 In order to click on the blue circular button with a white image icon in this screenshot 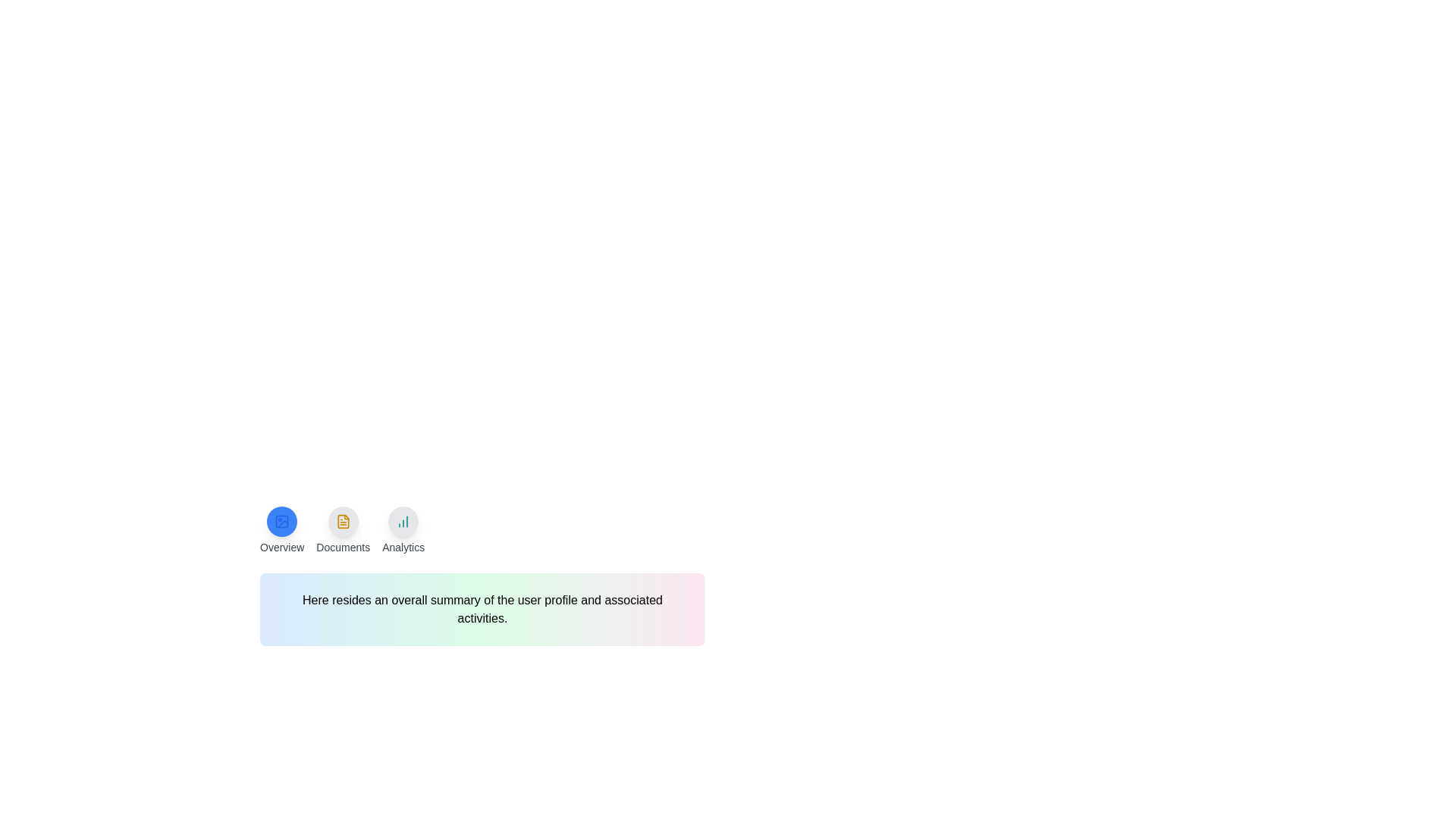, I will do `click(282, 520)`.